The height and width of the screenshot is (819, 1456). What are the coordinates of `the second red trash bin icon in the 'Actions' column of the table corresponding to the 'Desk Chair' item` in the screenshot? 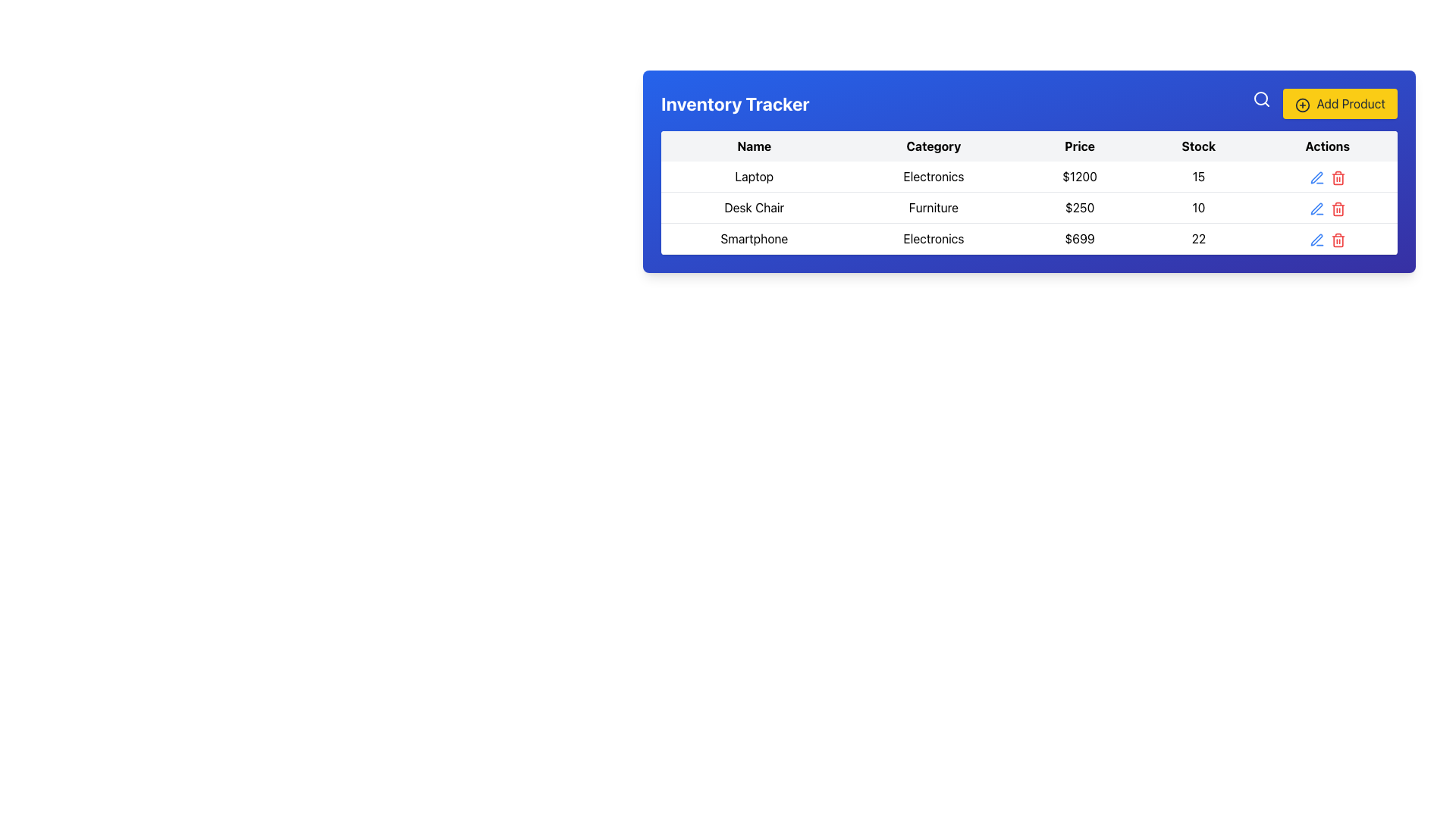 It's located at (1338, 207).